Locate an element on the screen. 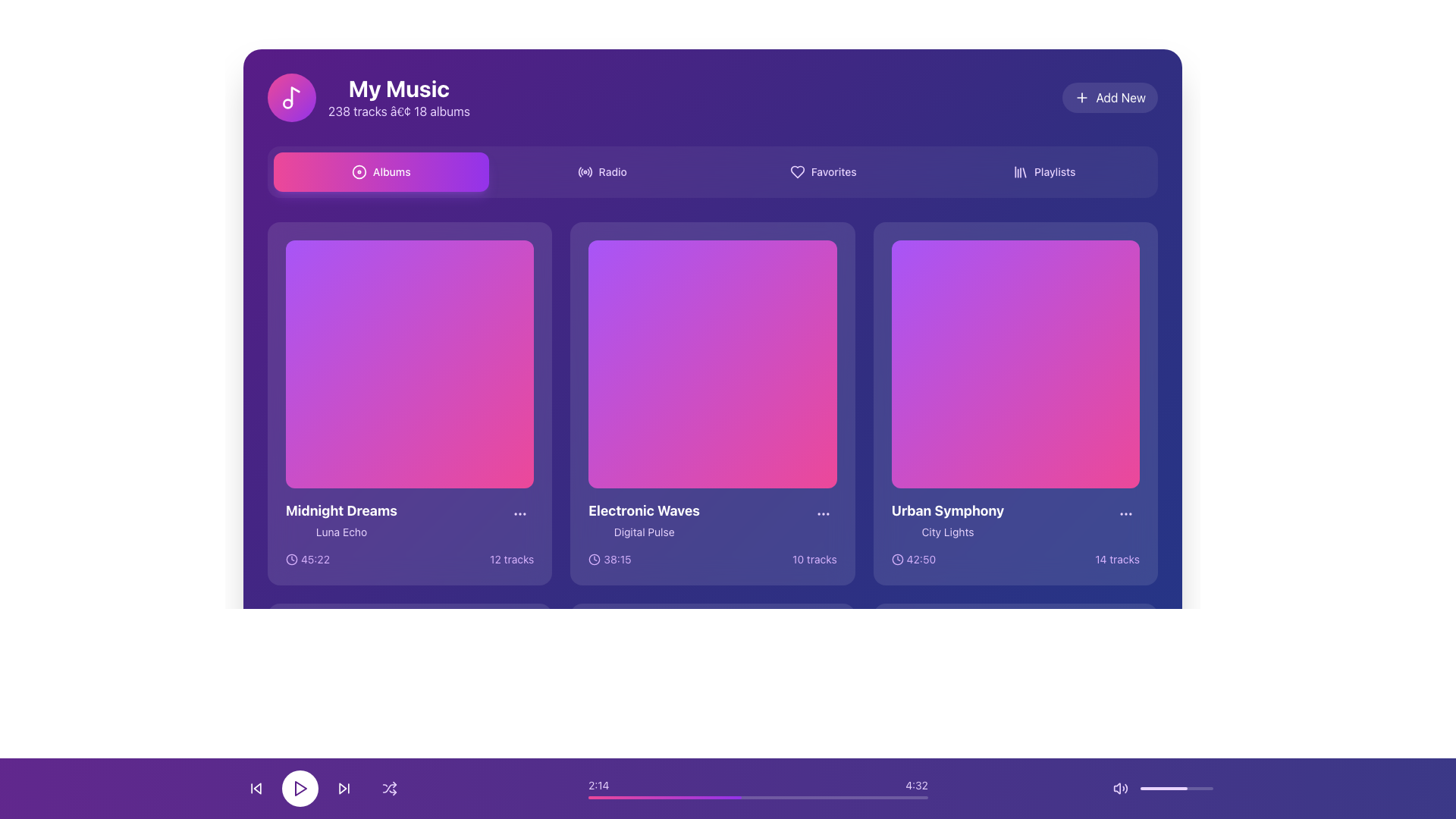 This screenshot has height=819, width=1456. the text label displaying 'Electronic Waves' styled in bold, white font, located near the bottom-center of the second card, above 'Digital Pulse' is located at coordinates (644, 511).